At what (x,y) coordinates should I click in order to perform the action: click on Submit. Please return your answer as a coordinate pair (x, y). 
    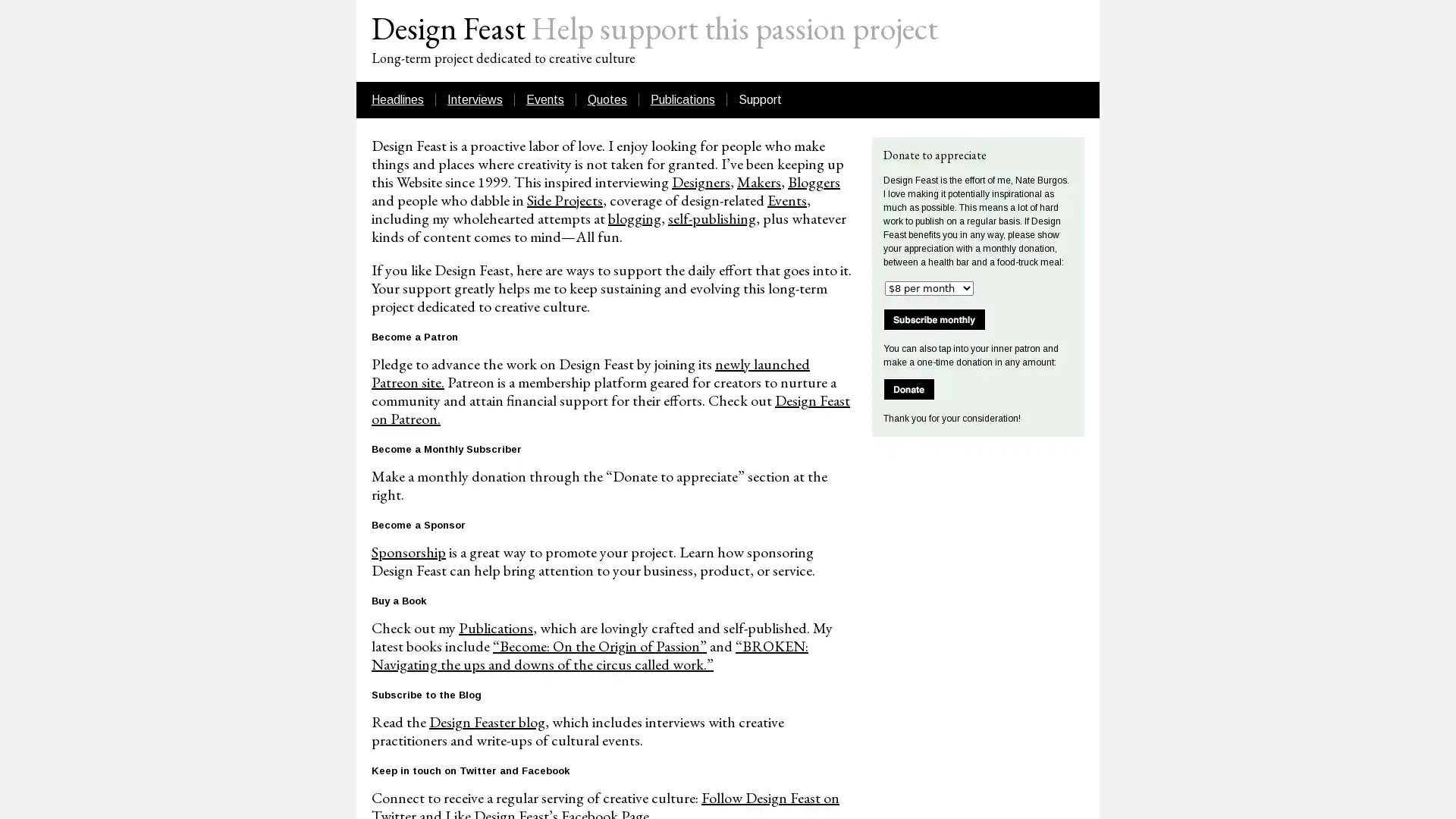
    Looking at the image, I should click on (934, 318).